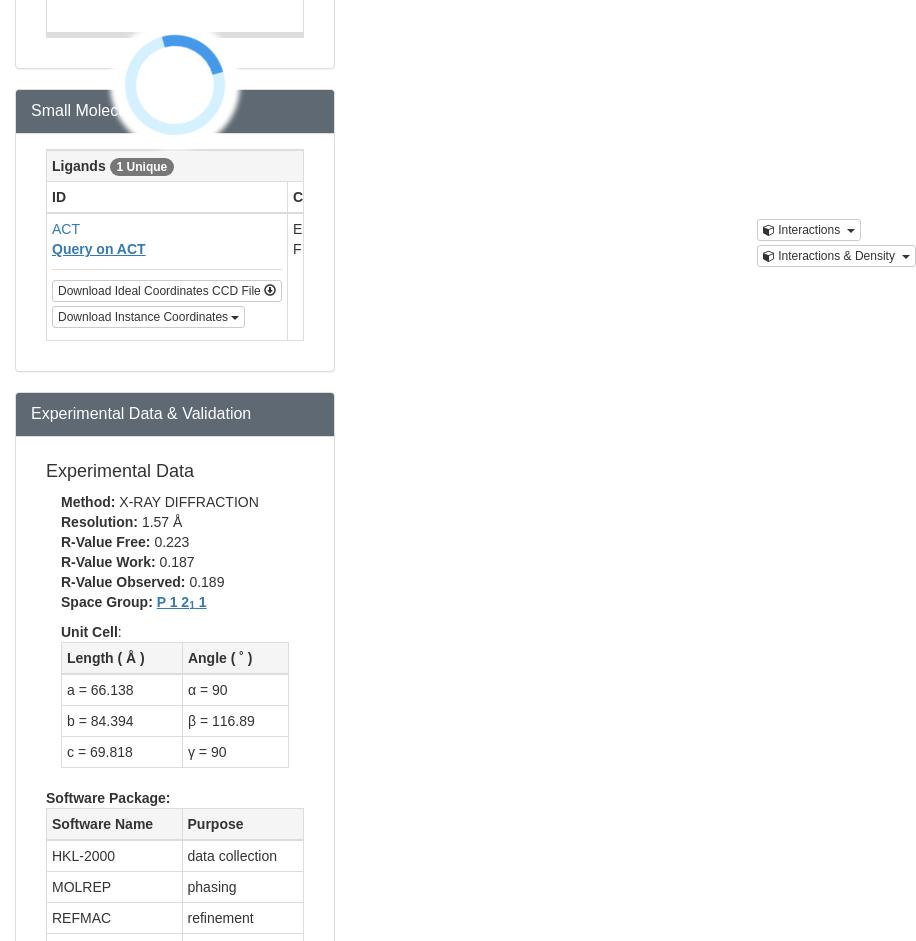  Describe the element at coordinates (161, 290) in the screenshot. I see `'Download Ideal Coordinates CCD File'` at that location.